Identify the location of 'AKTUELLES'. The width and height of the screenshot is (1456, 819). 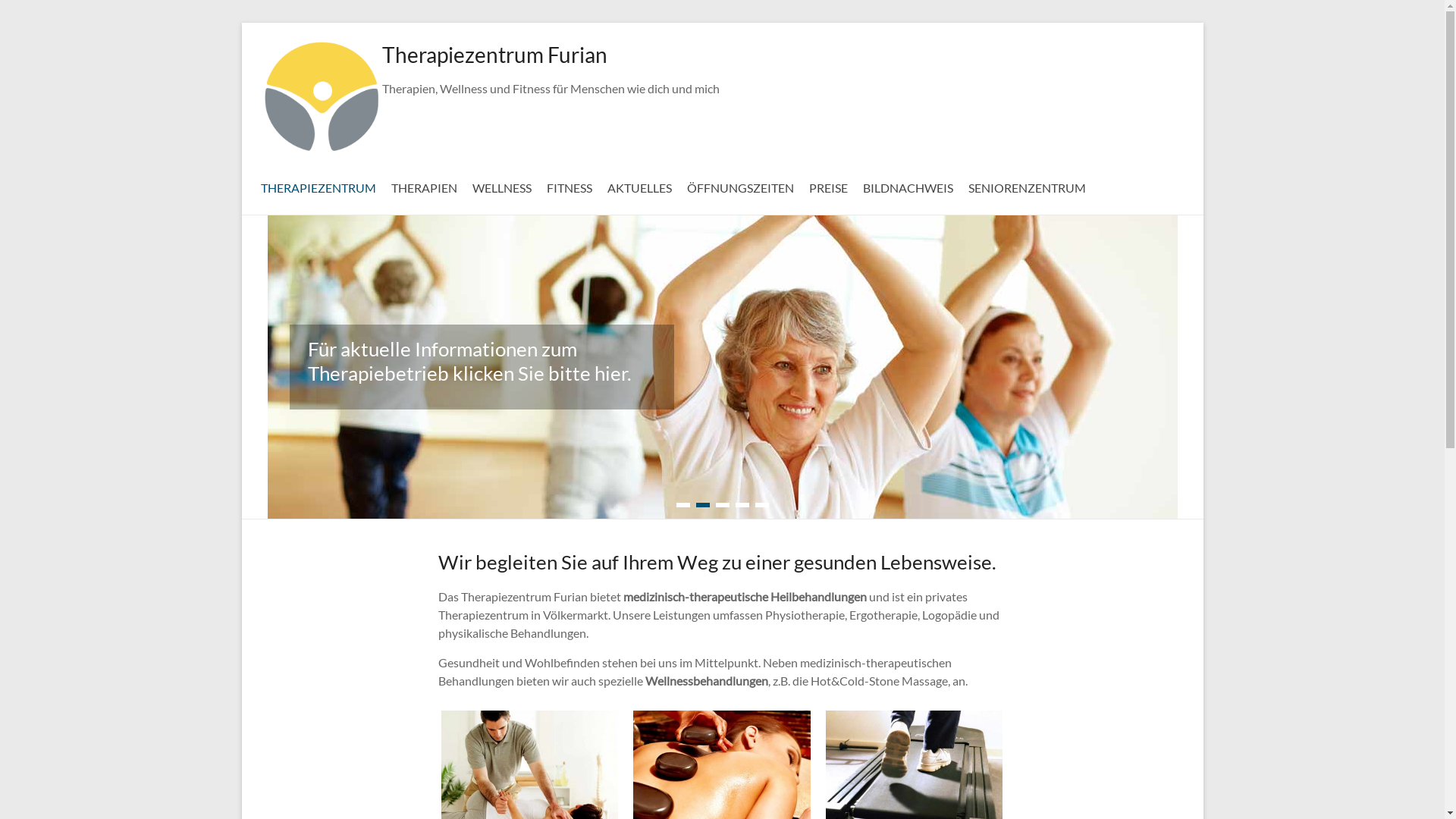
(639, 185).